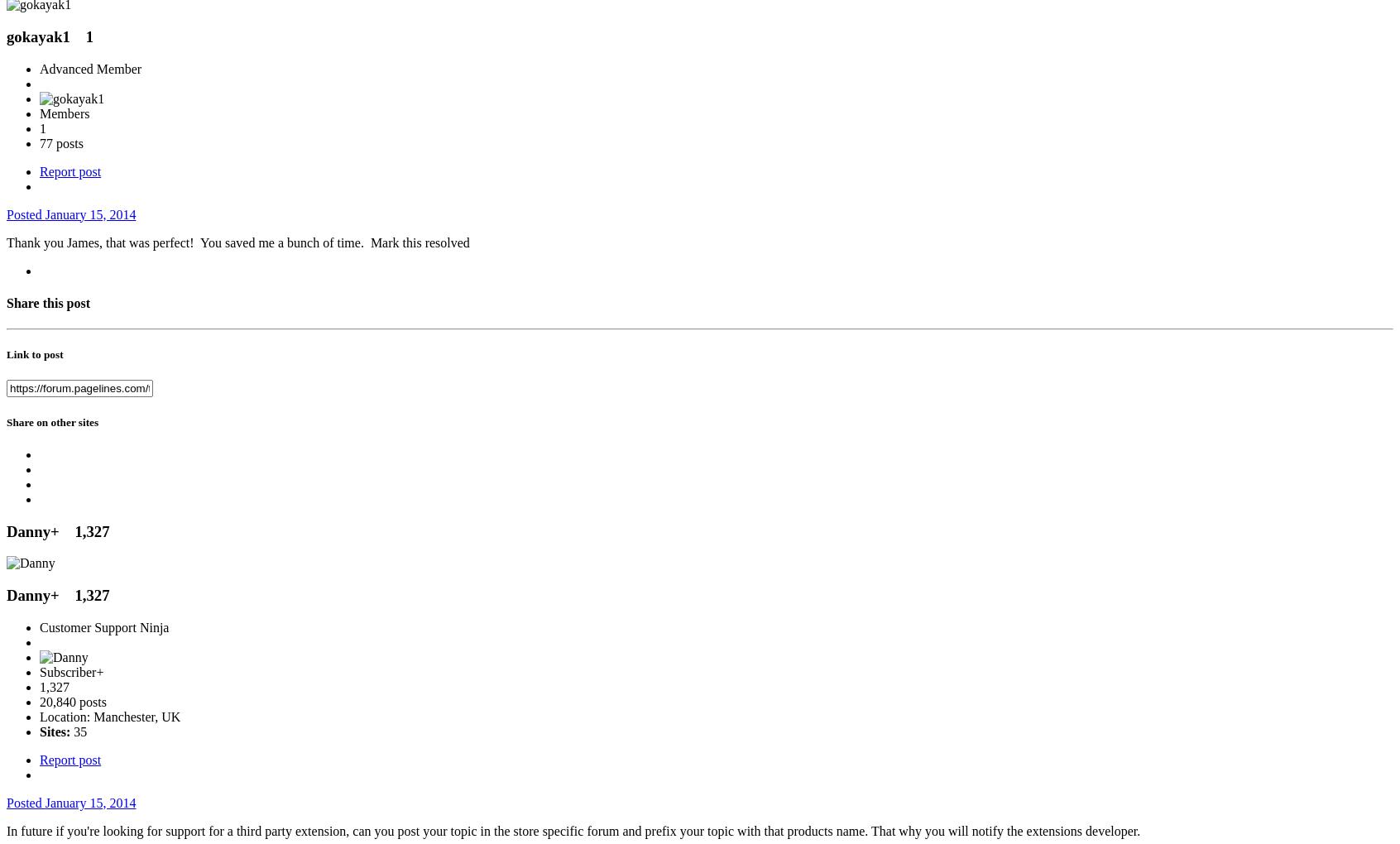 The image size is (1400, 844). Describe the element at coordinates (66, 715) in the screenshot. I see `'Location:'` at that location.